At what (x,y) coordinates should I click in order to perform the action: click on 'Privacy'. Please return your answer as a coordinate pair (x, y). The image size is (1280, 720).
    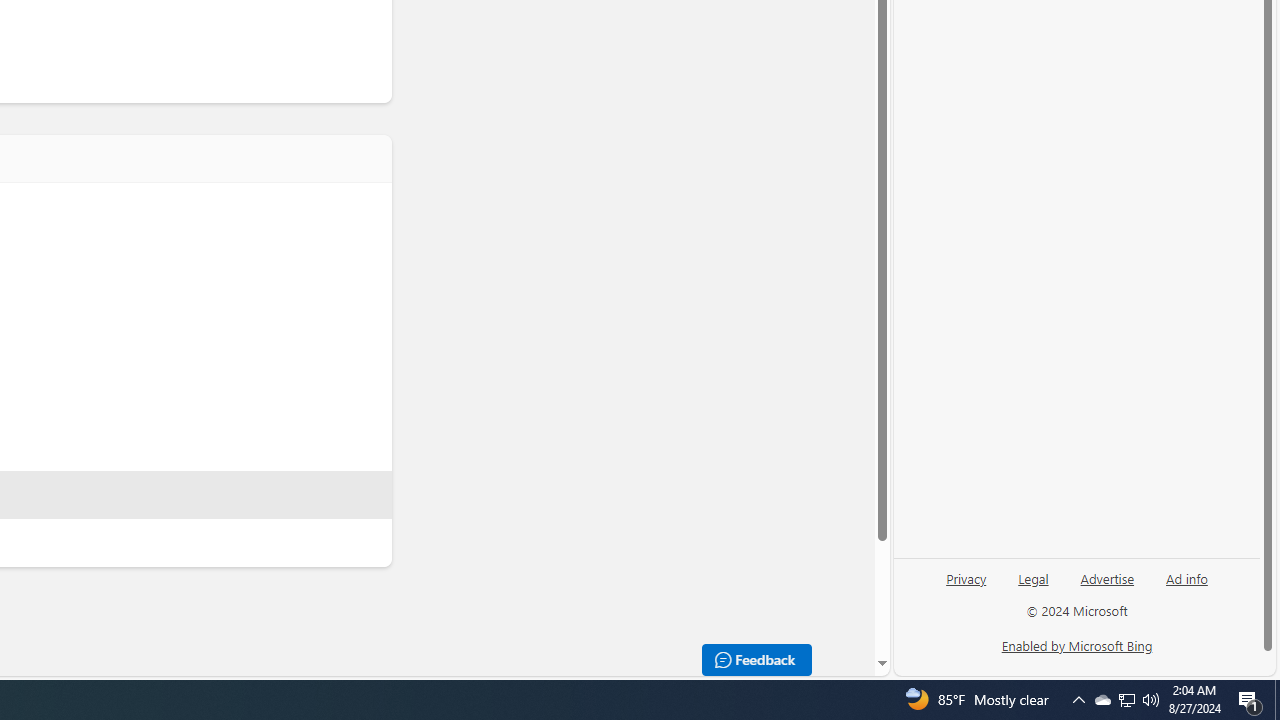
    Looking at the image, I should click on (966, 577).